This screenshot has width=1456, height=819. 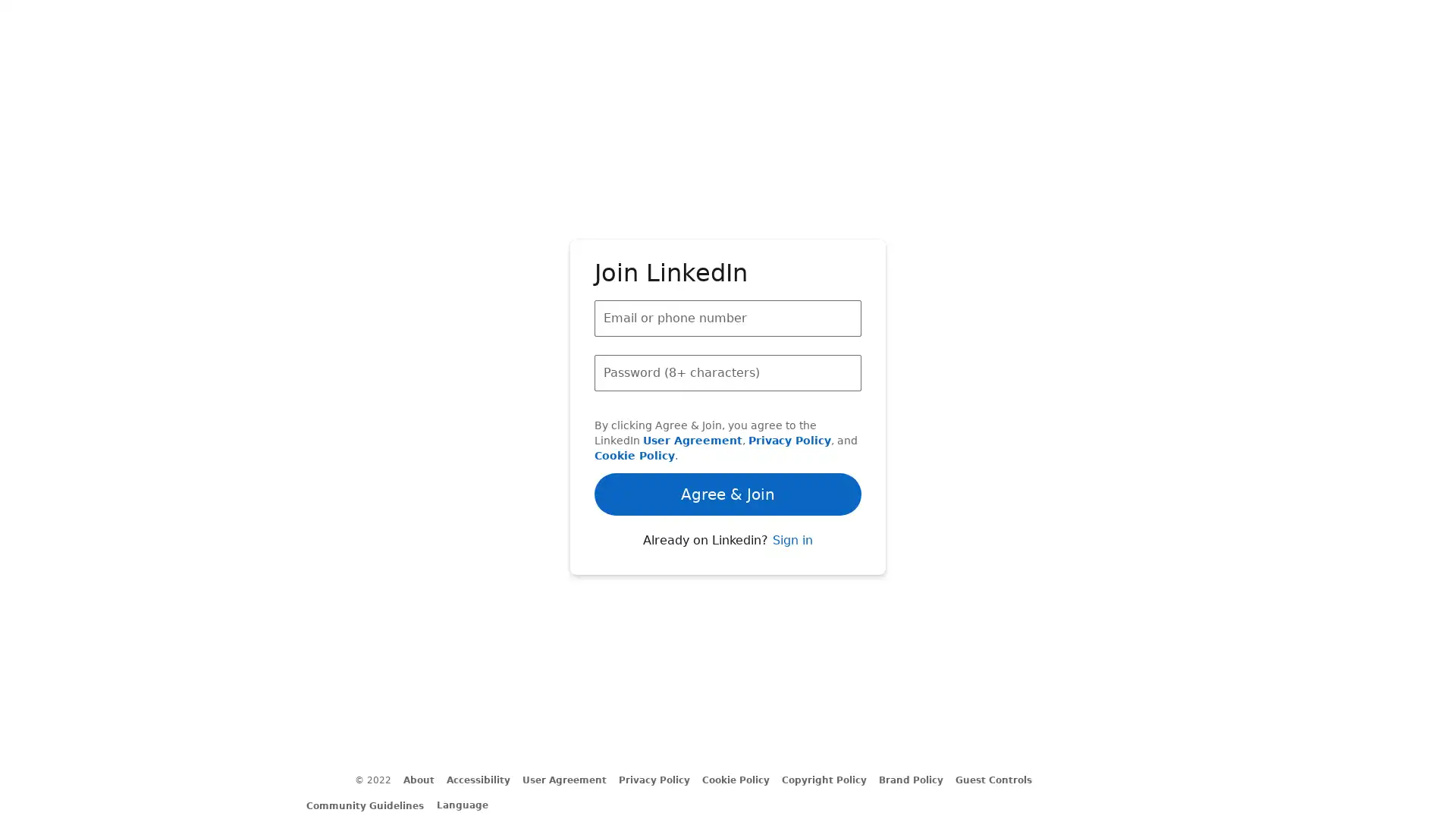 I want to click on Agree & Join, so click(x=728, y=450).